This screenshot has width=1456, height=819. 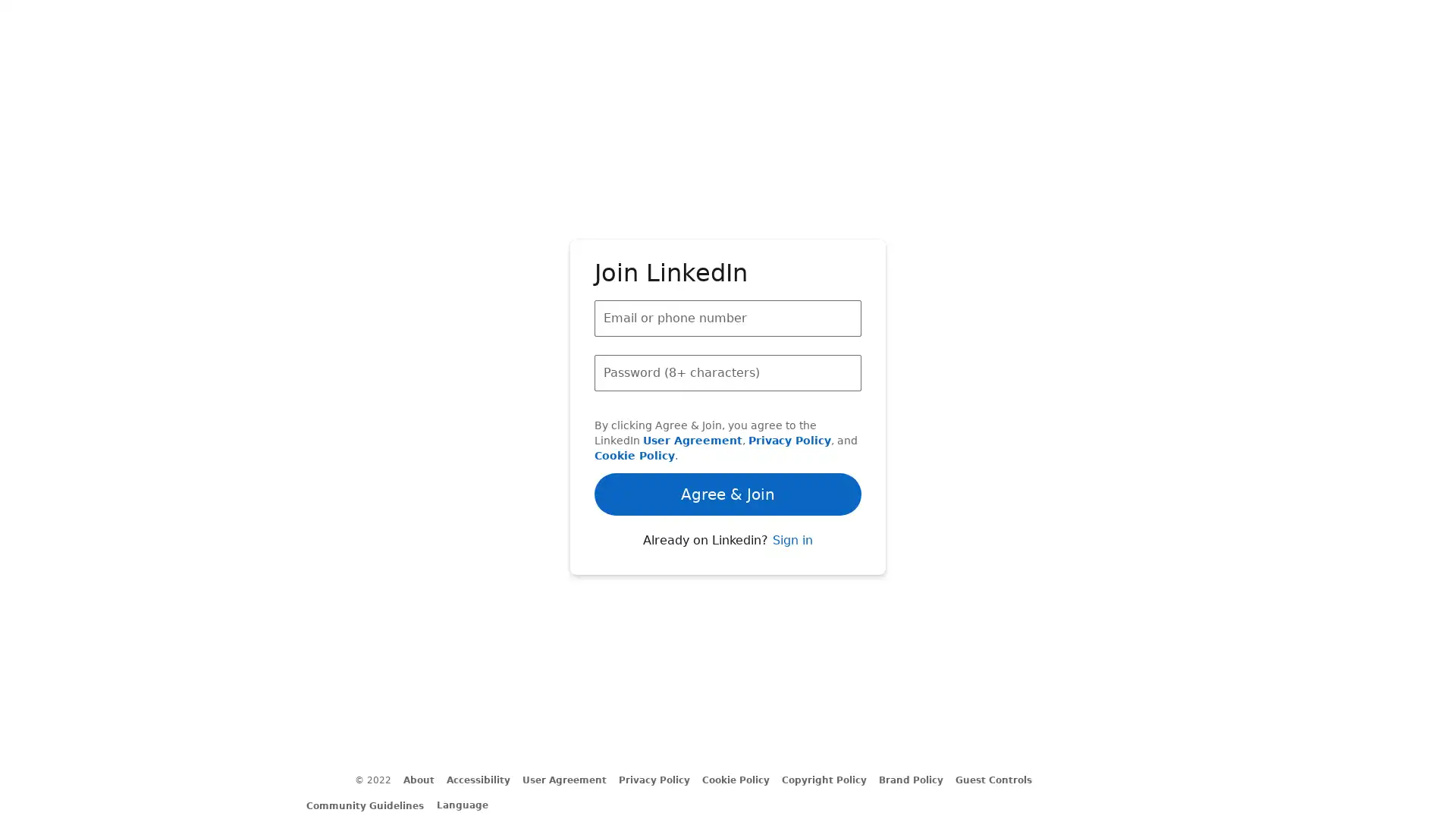 I want to click on Agree & Join, so click(x=728, y=450).